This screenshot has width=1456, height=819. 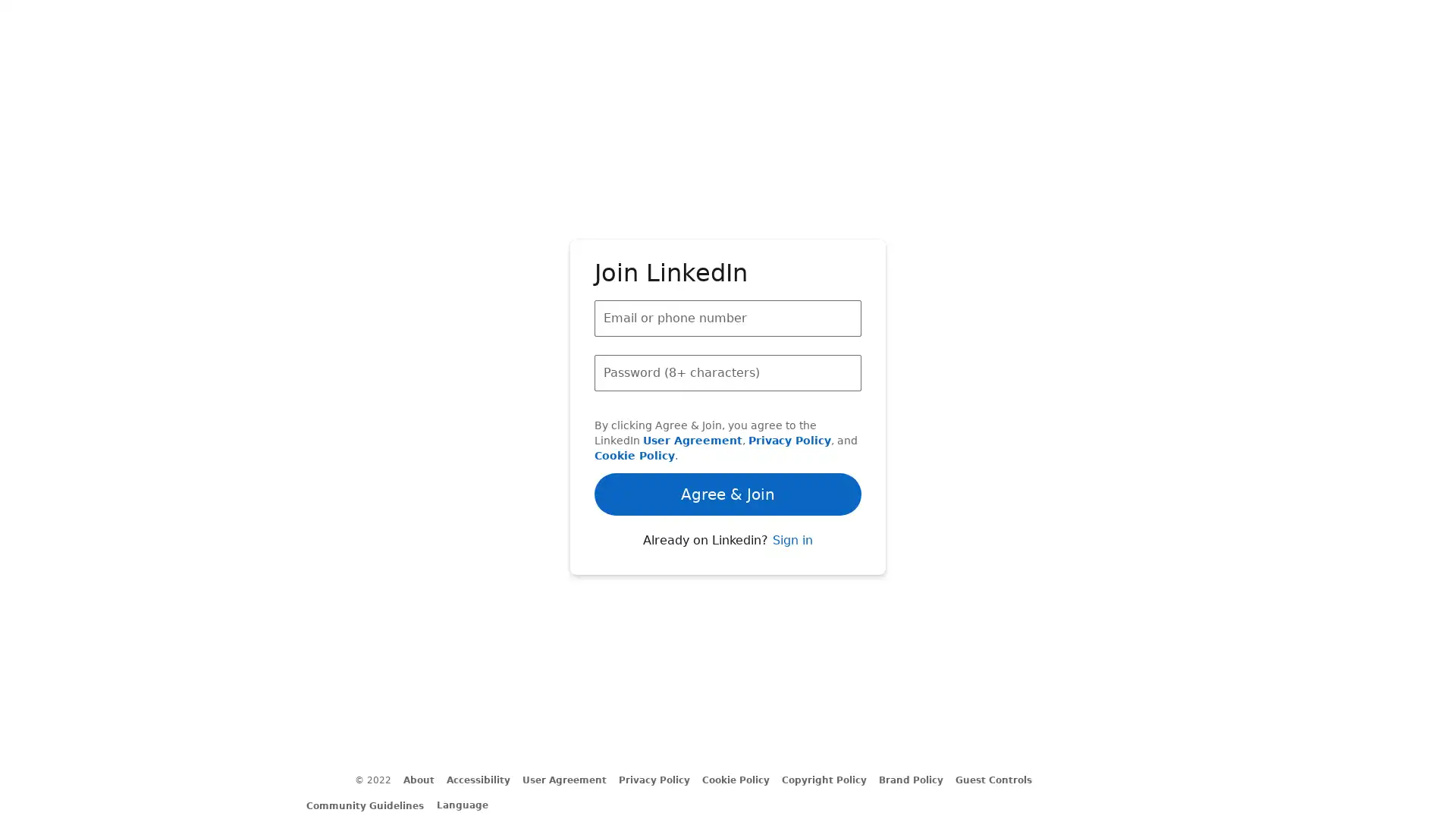 I want to click on Agree & Join, so click(x=728, y=450).